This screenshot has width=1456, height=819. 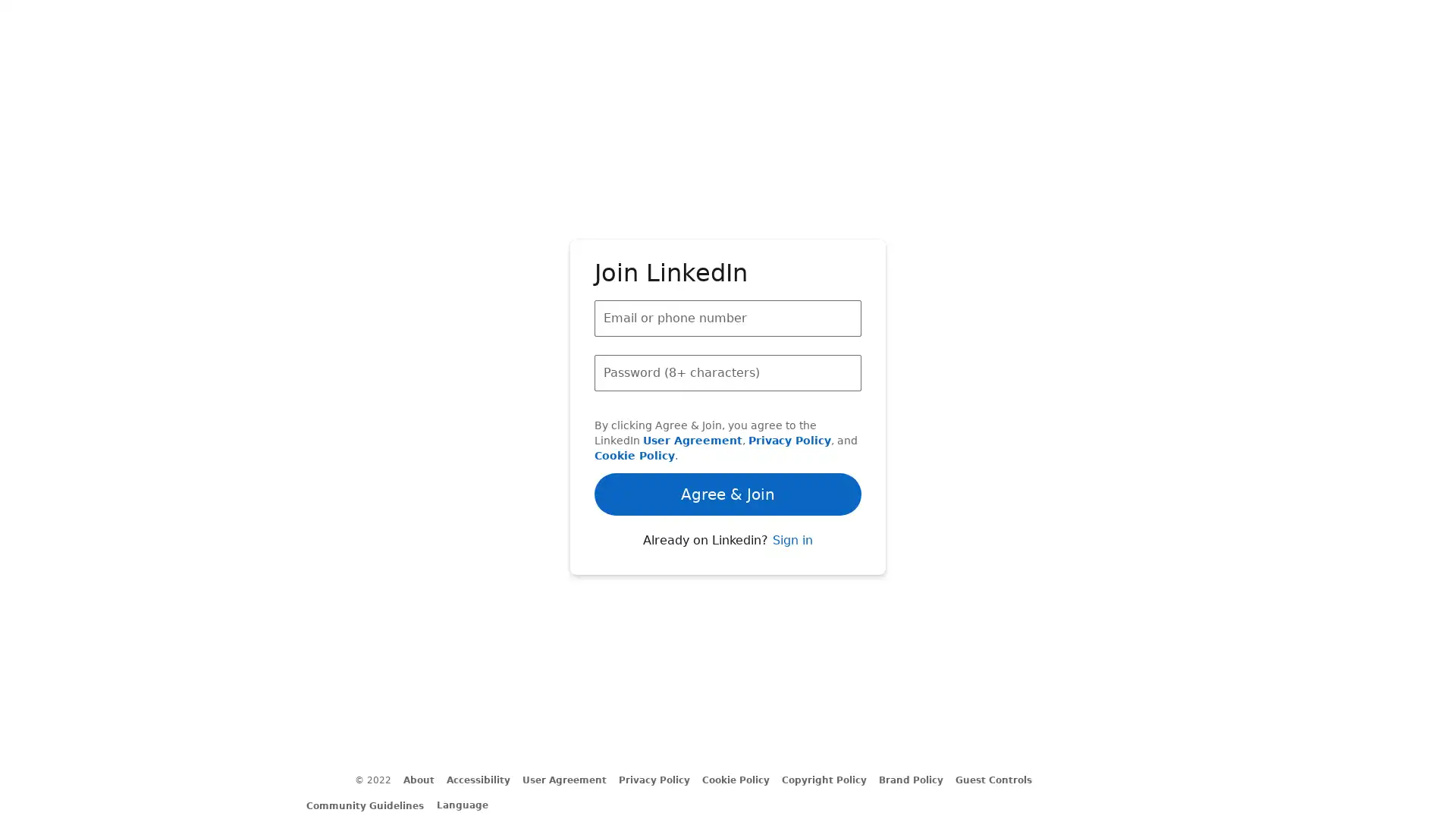 I want to click on Agree & Join, so click(x=728, y=450).